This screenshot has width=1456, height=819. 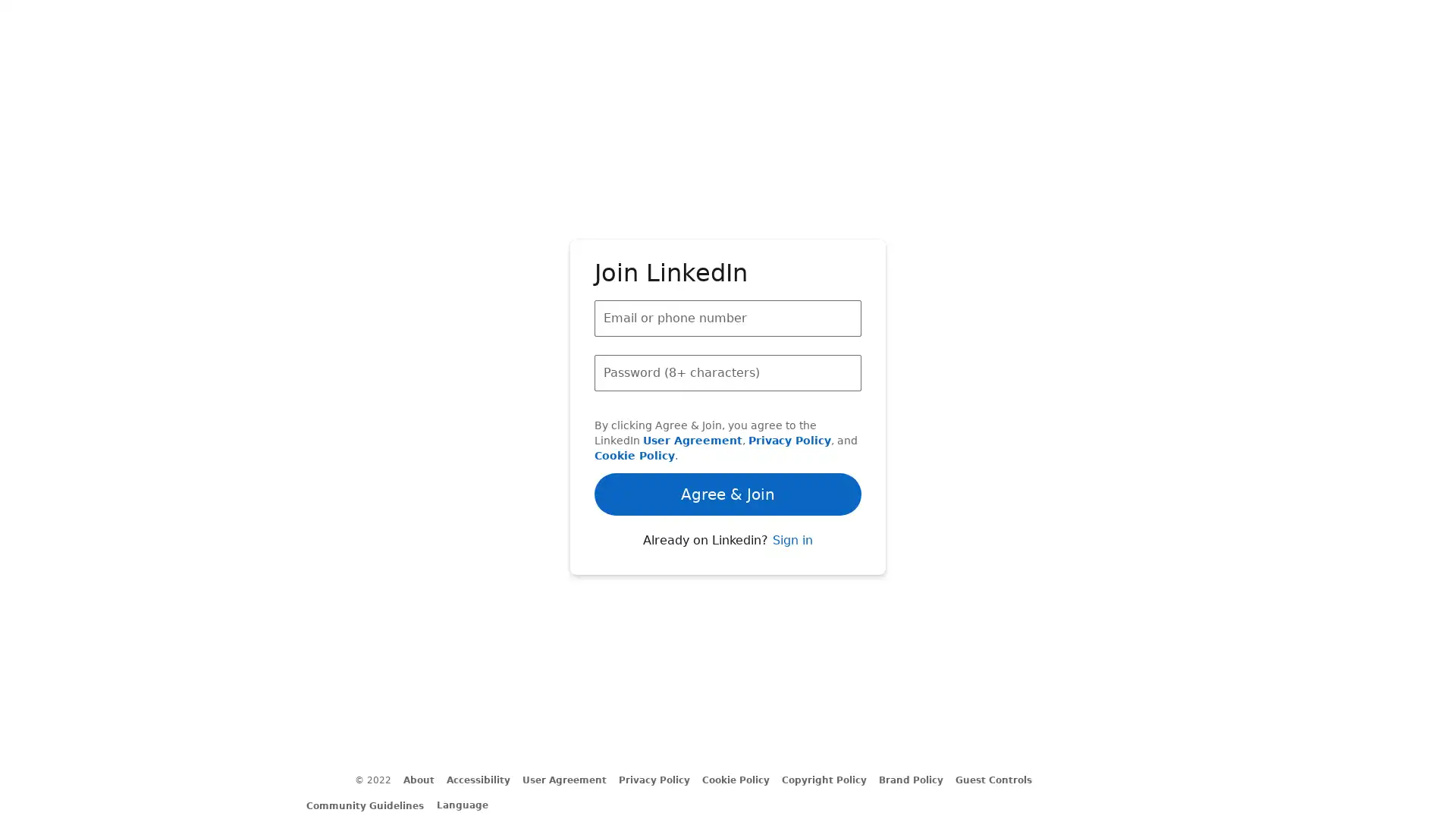 I want to click on Agree & Join, so click(x=728, y=450).